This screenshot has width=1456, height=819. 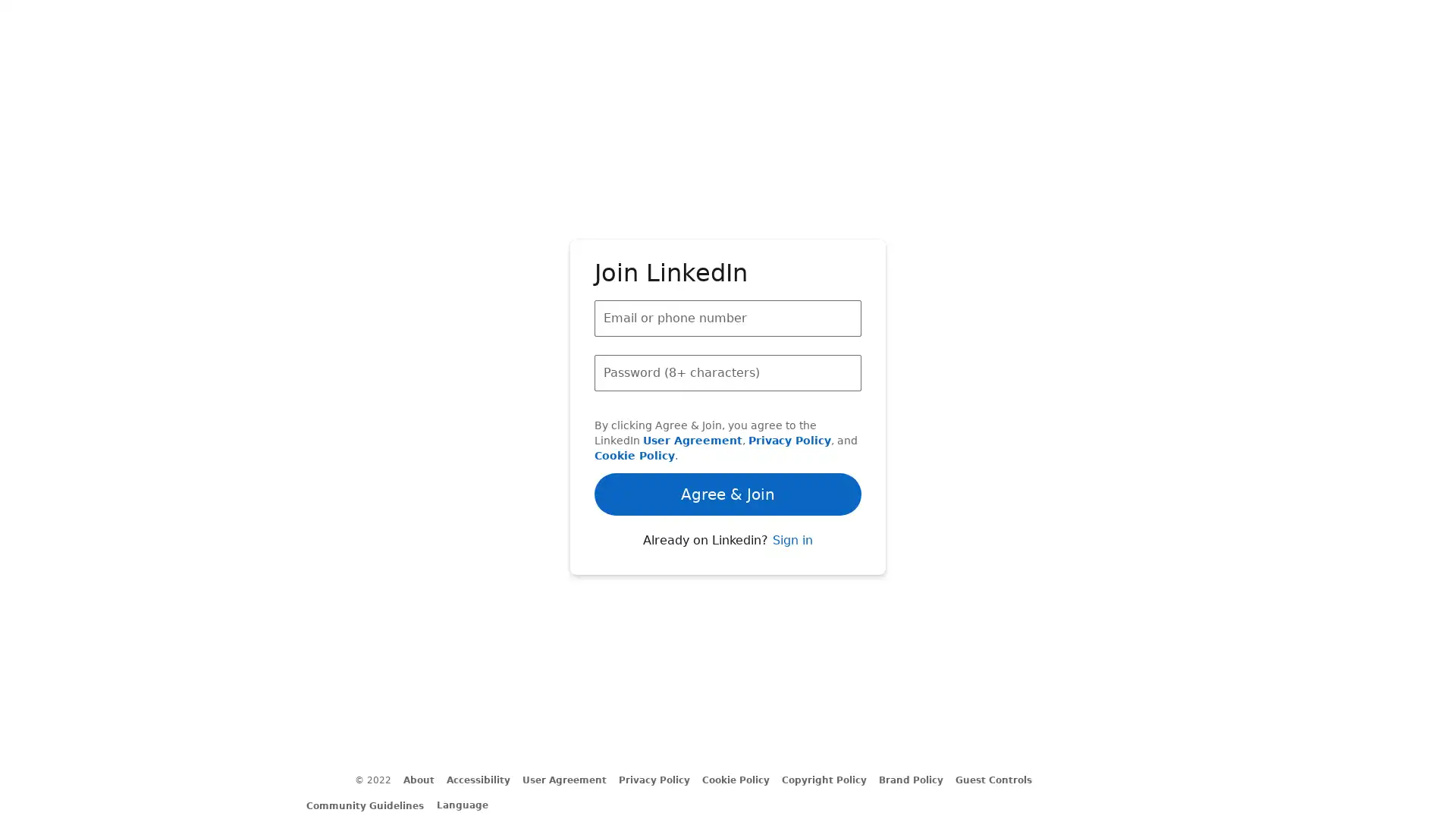 I want to click on Agree & Join, so click(x=728, y=450).